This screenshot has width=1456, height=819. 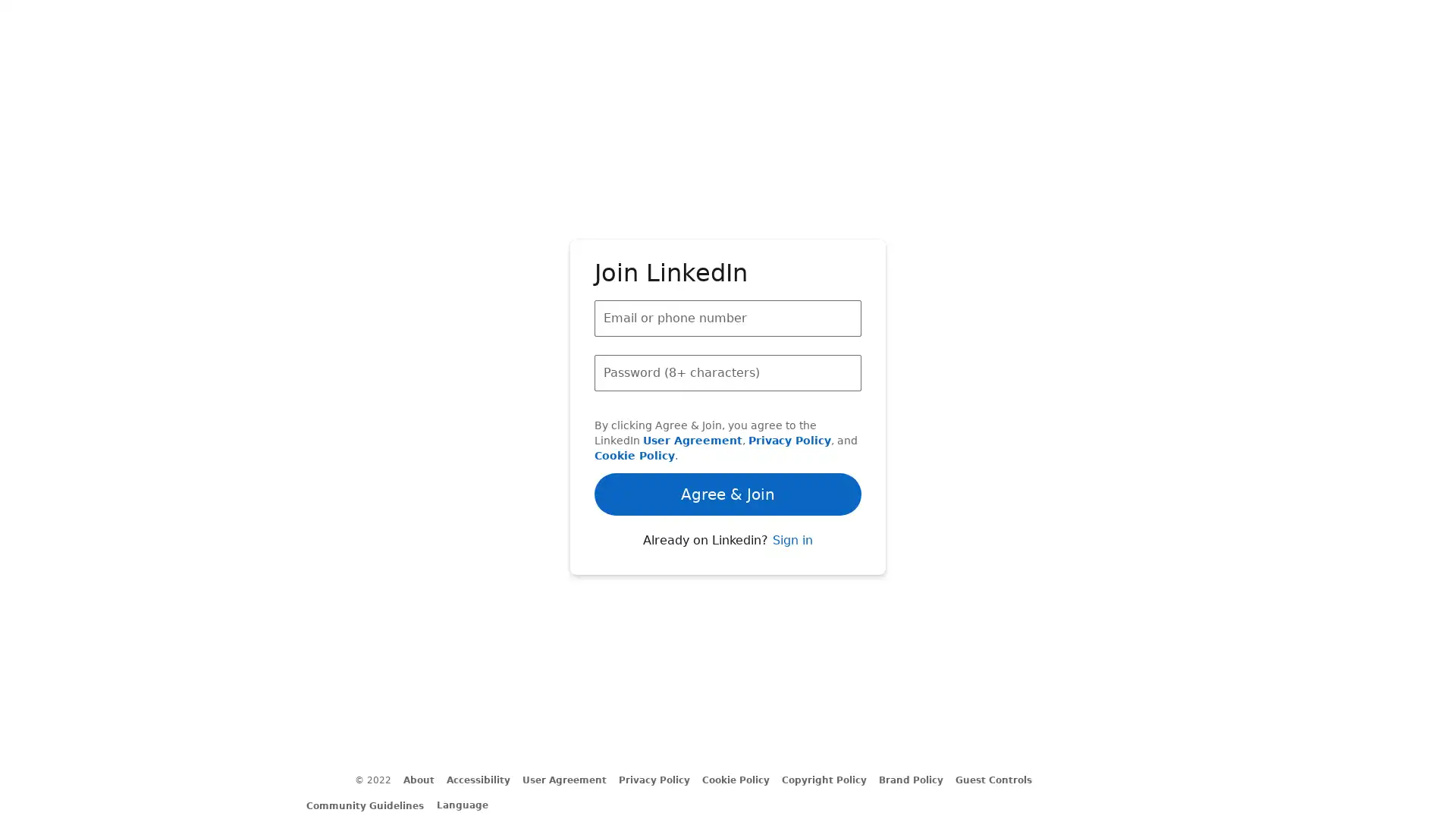 I want to click on Agree & Join, so click(x=728, y=450).